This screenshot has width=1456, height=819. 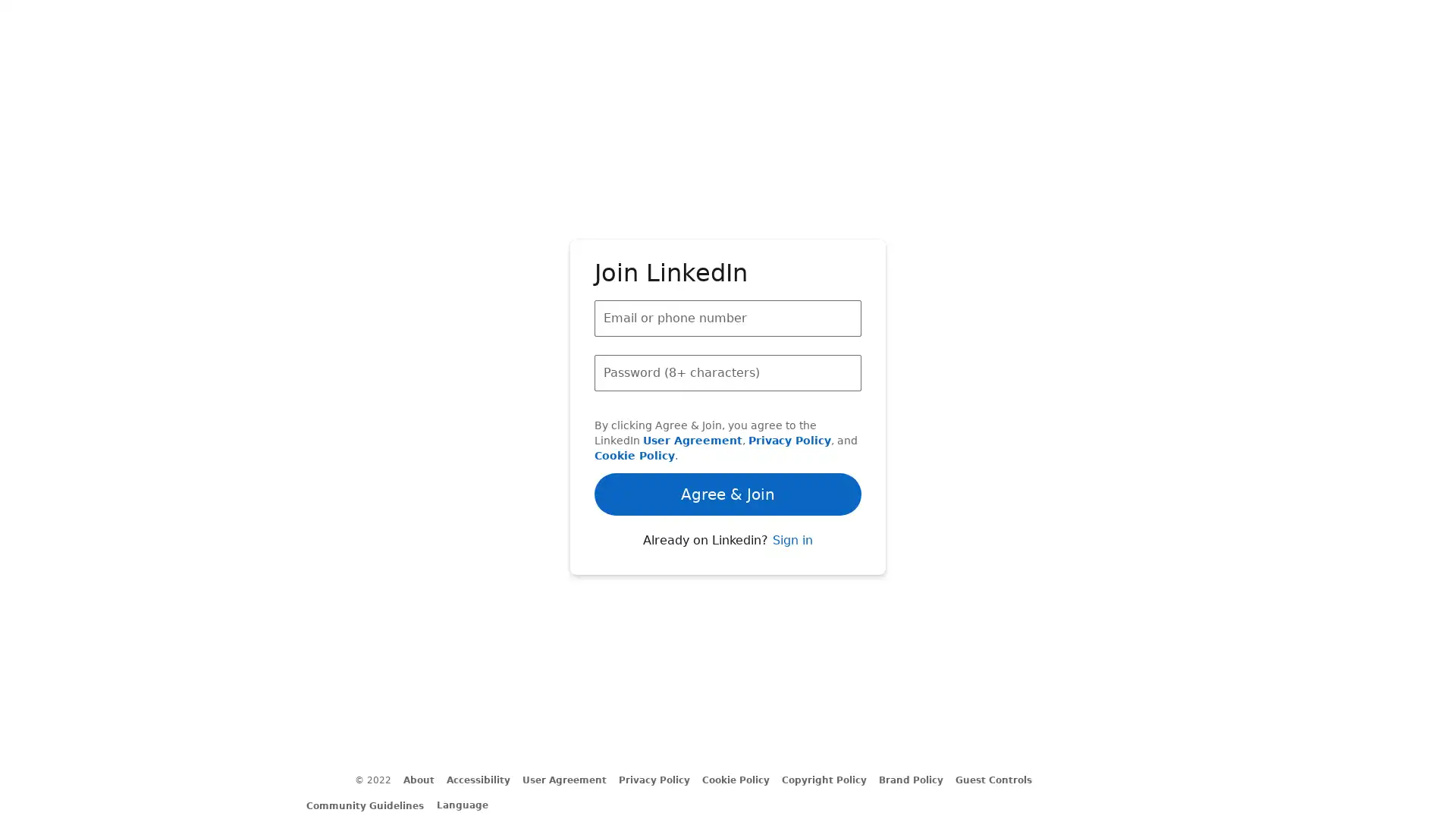 I want to click on Agree & Join, so click(x=728, y=450).